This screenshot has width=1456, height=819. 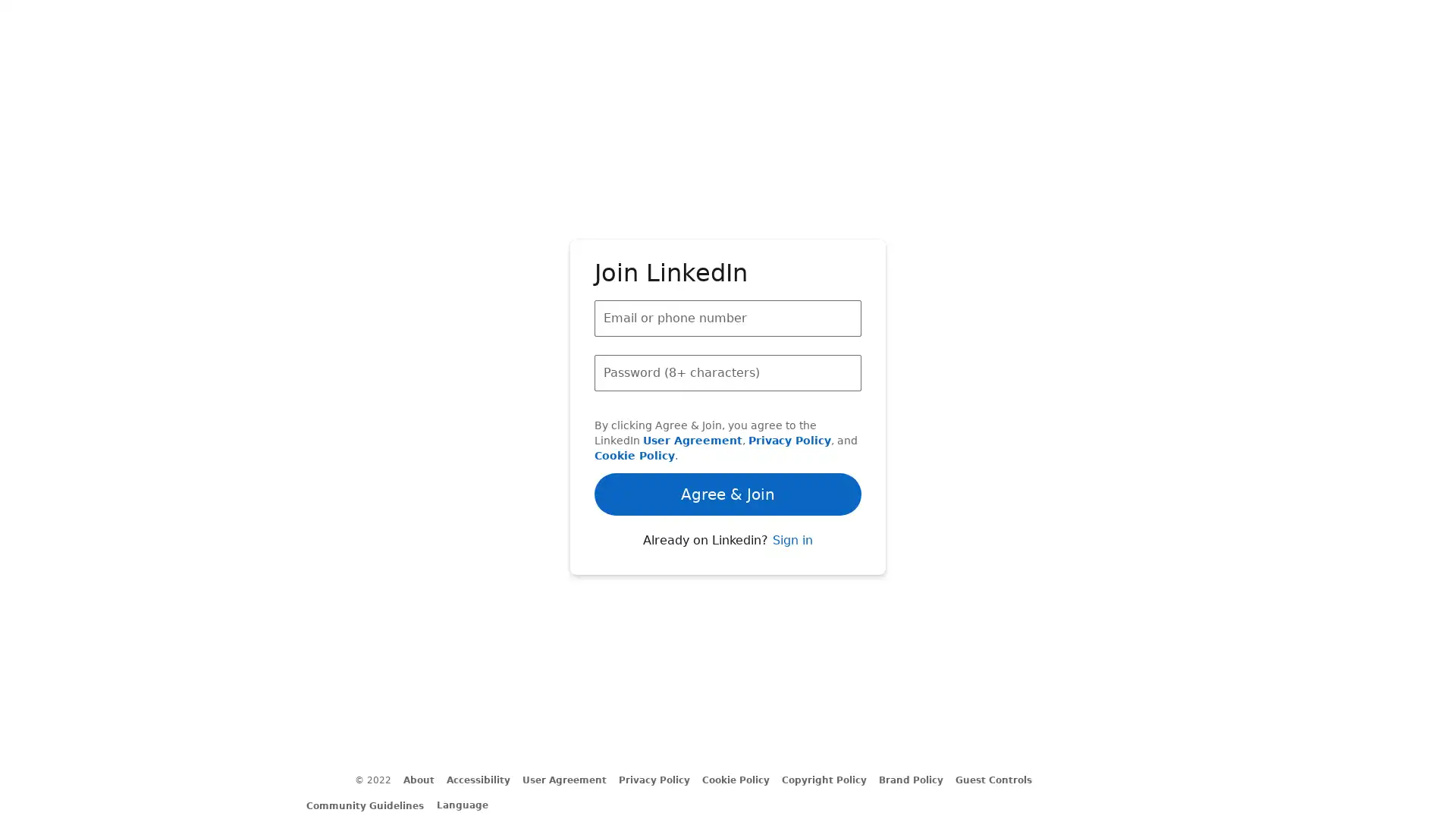 I want to click on Agree & Join, so click(x=728, y=450).